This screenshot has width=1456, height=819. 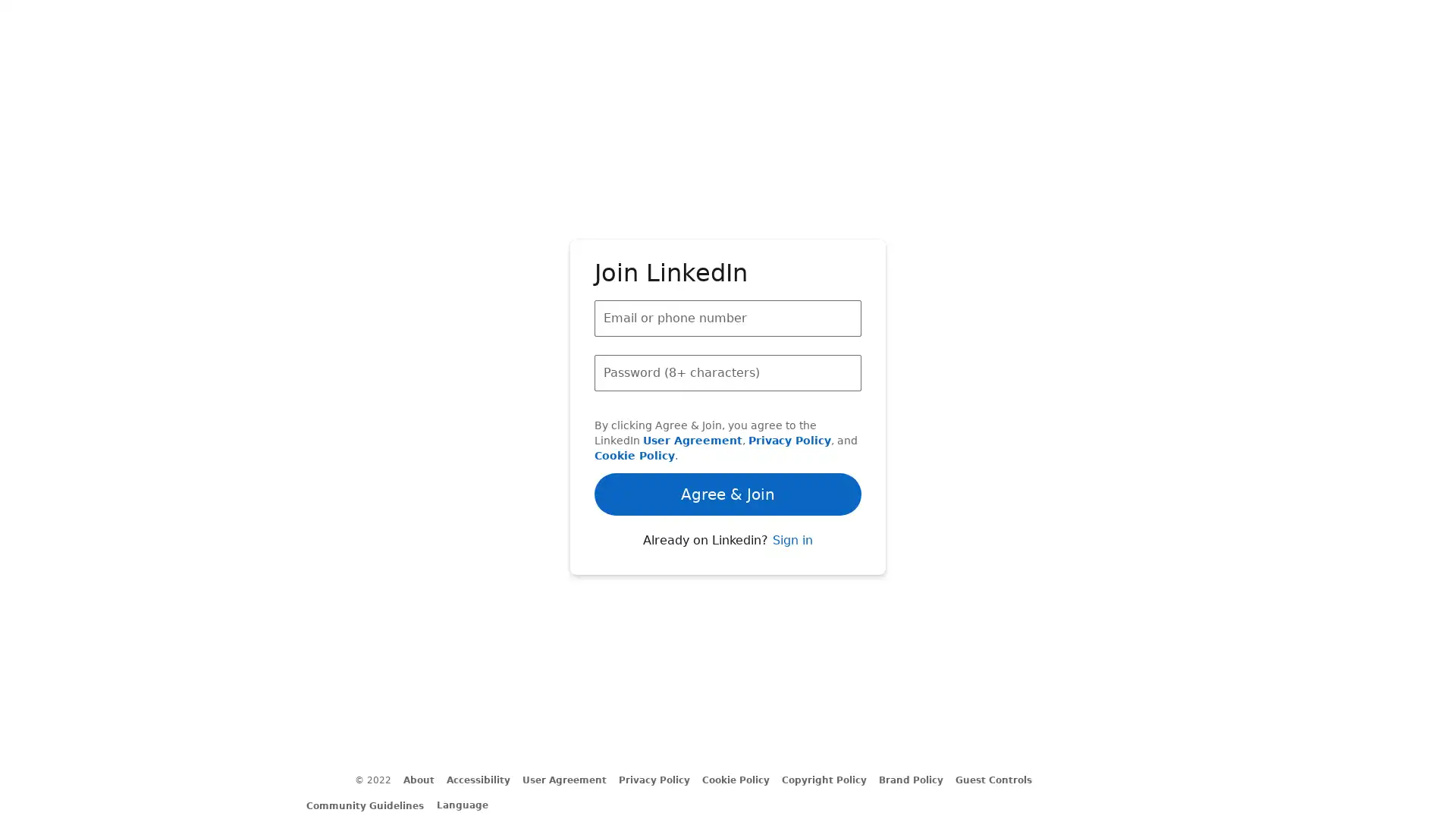 I want to click on Agree & Join, so click(x=728, y=450).